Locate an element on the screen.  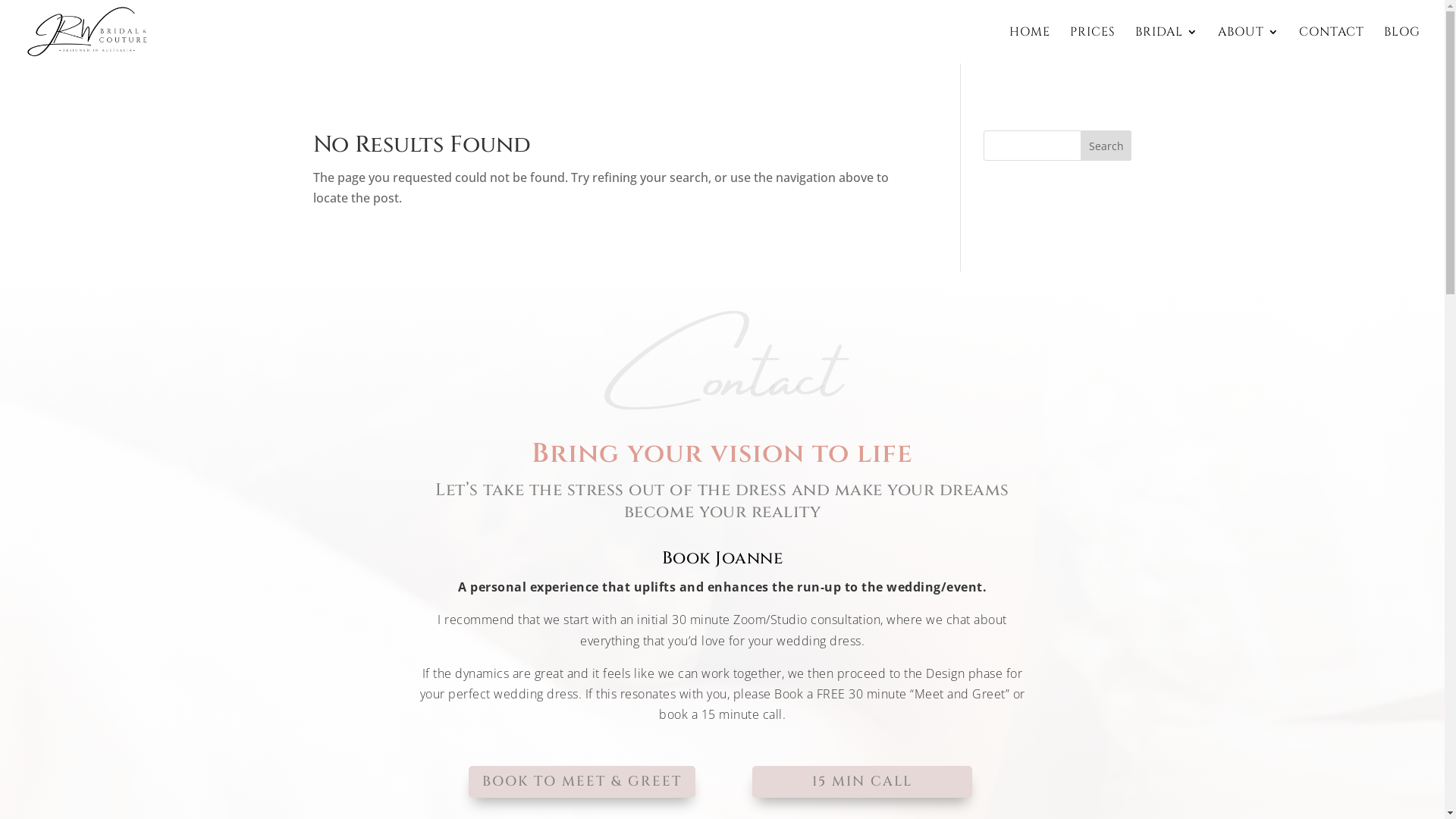
'BRIDAL' is located at coordinates (1166, 44).